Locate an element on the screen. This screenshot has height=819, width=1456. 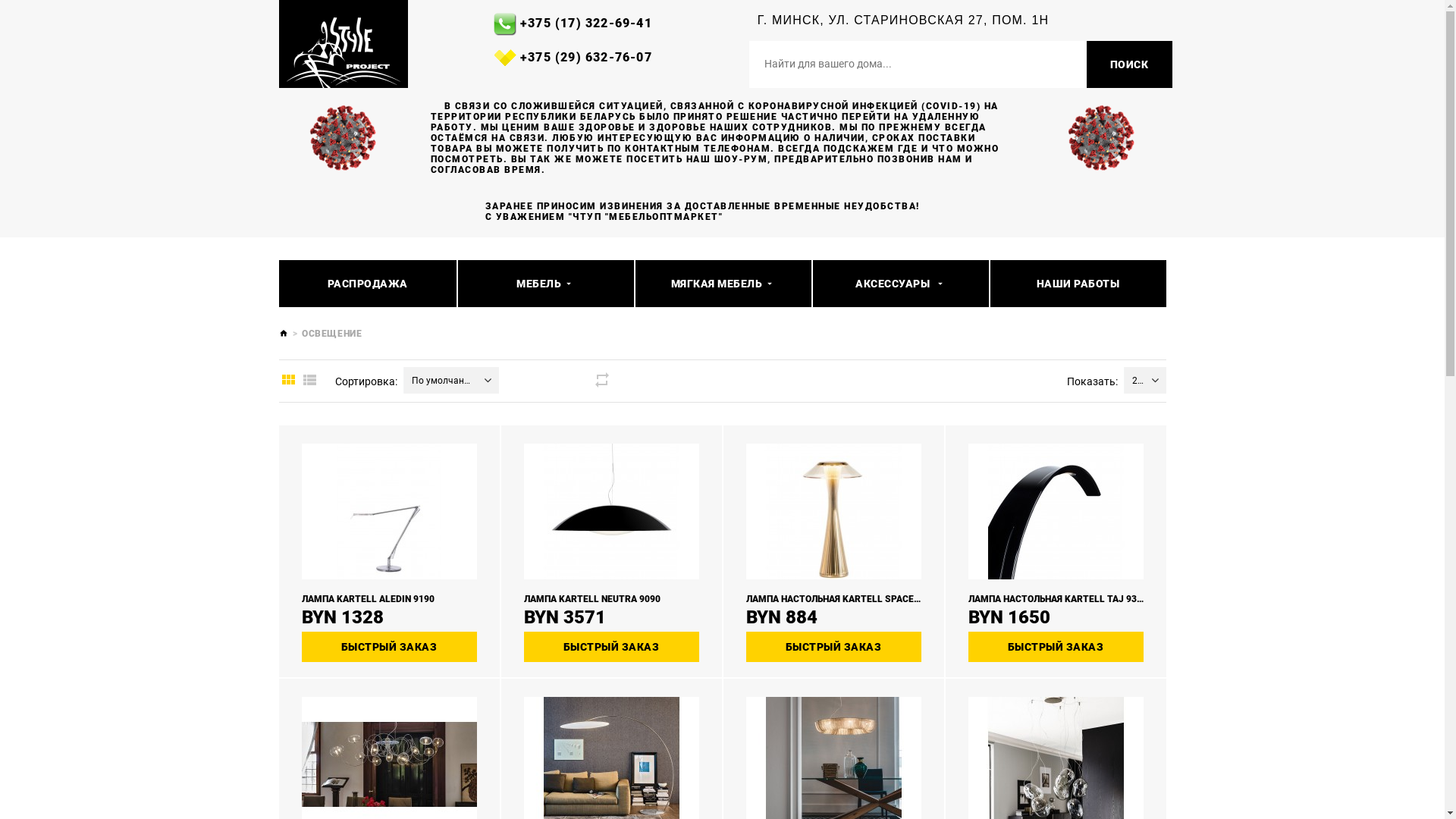
'200' is located at coordinates (1133, 379).